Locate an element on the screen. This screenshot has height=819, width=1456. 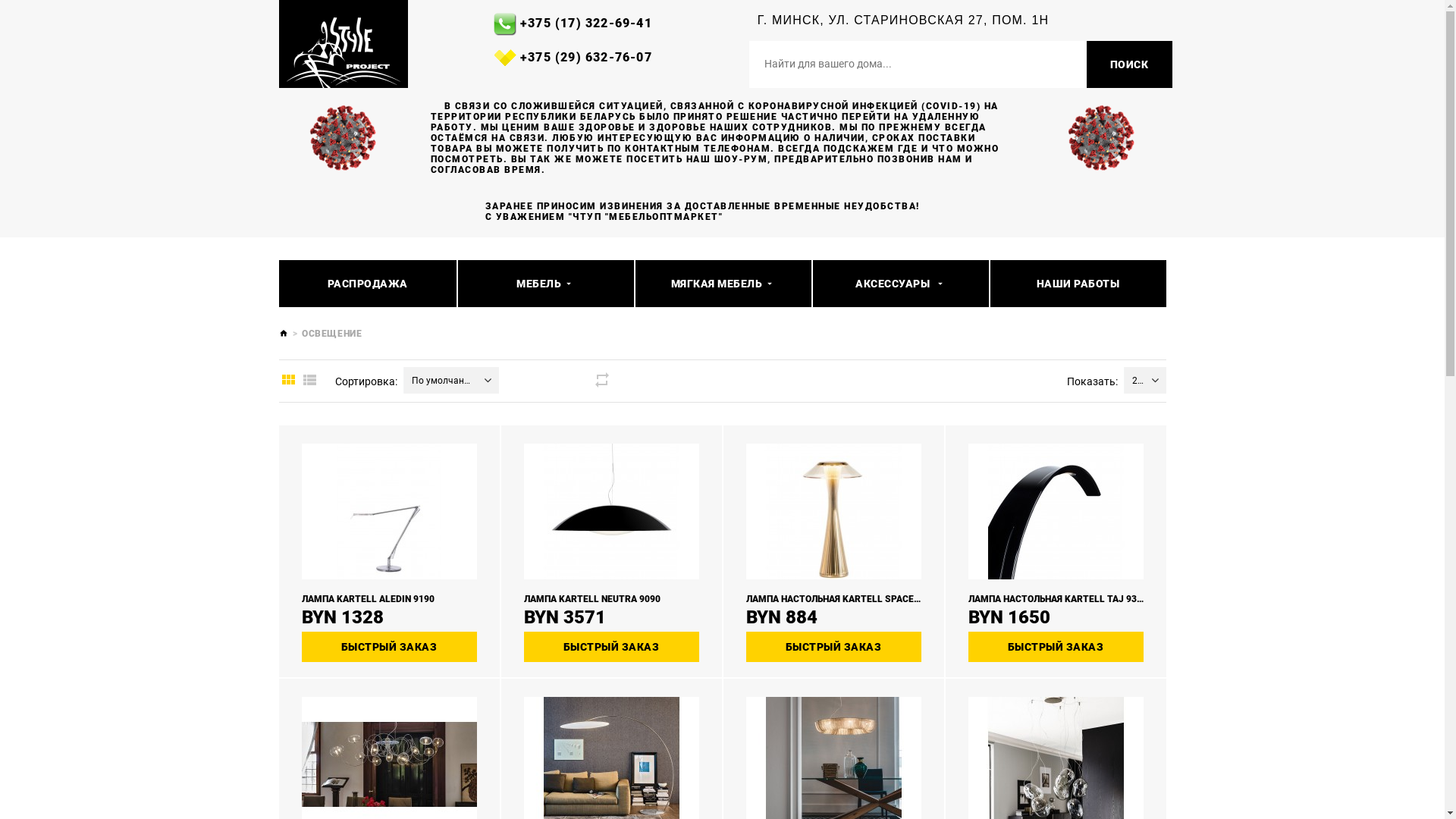
'200' is located at coordinates (1133, 379).